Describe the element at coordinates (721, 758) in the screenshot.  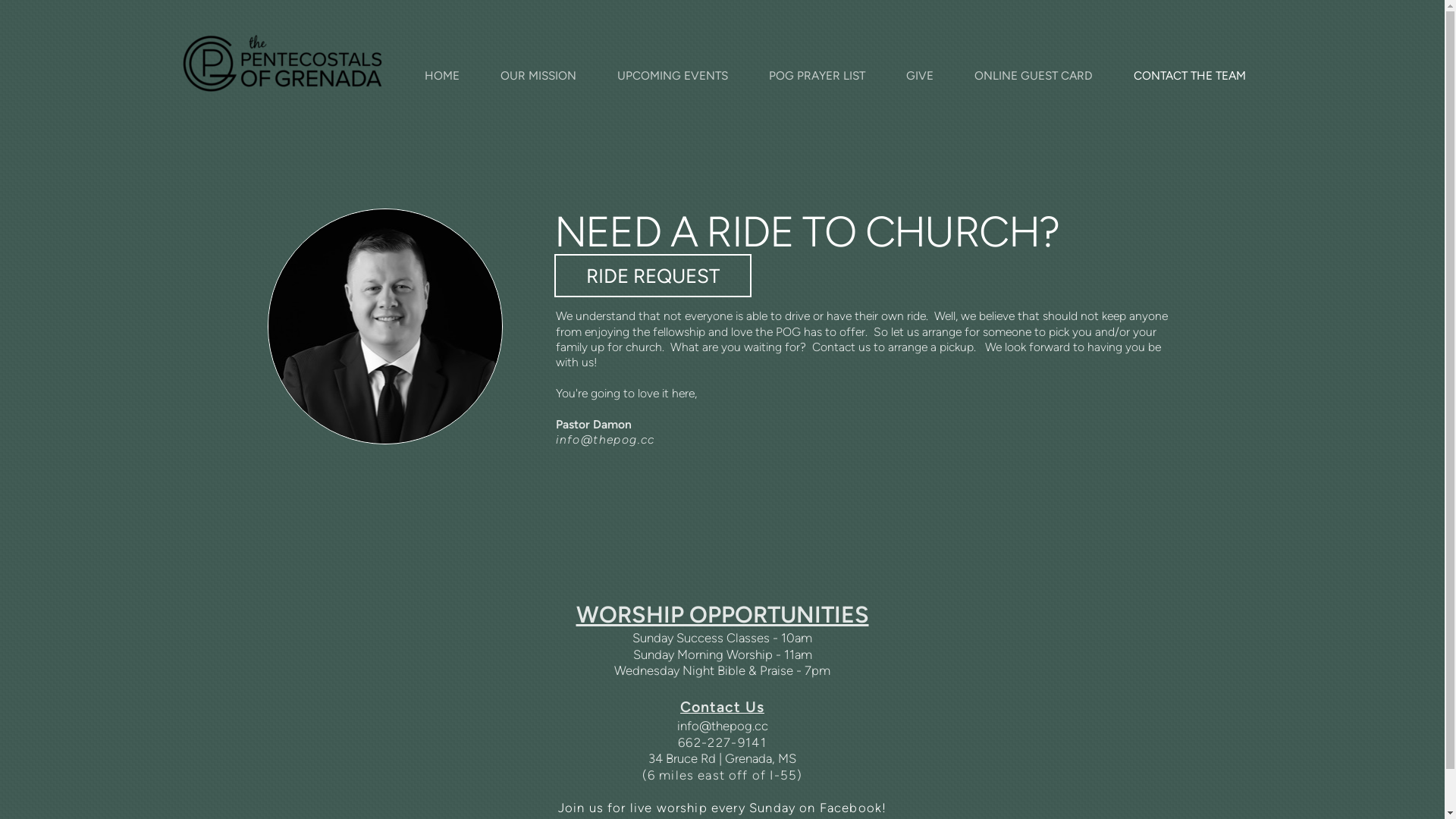
I see `'34 Bruce Rd | Grenada, MS'` at that location.